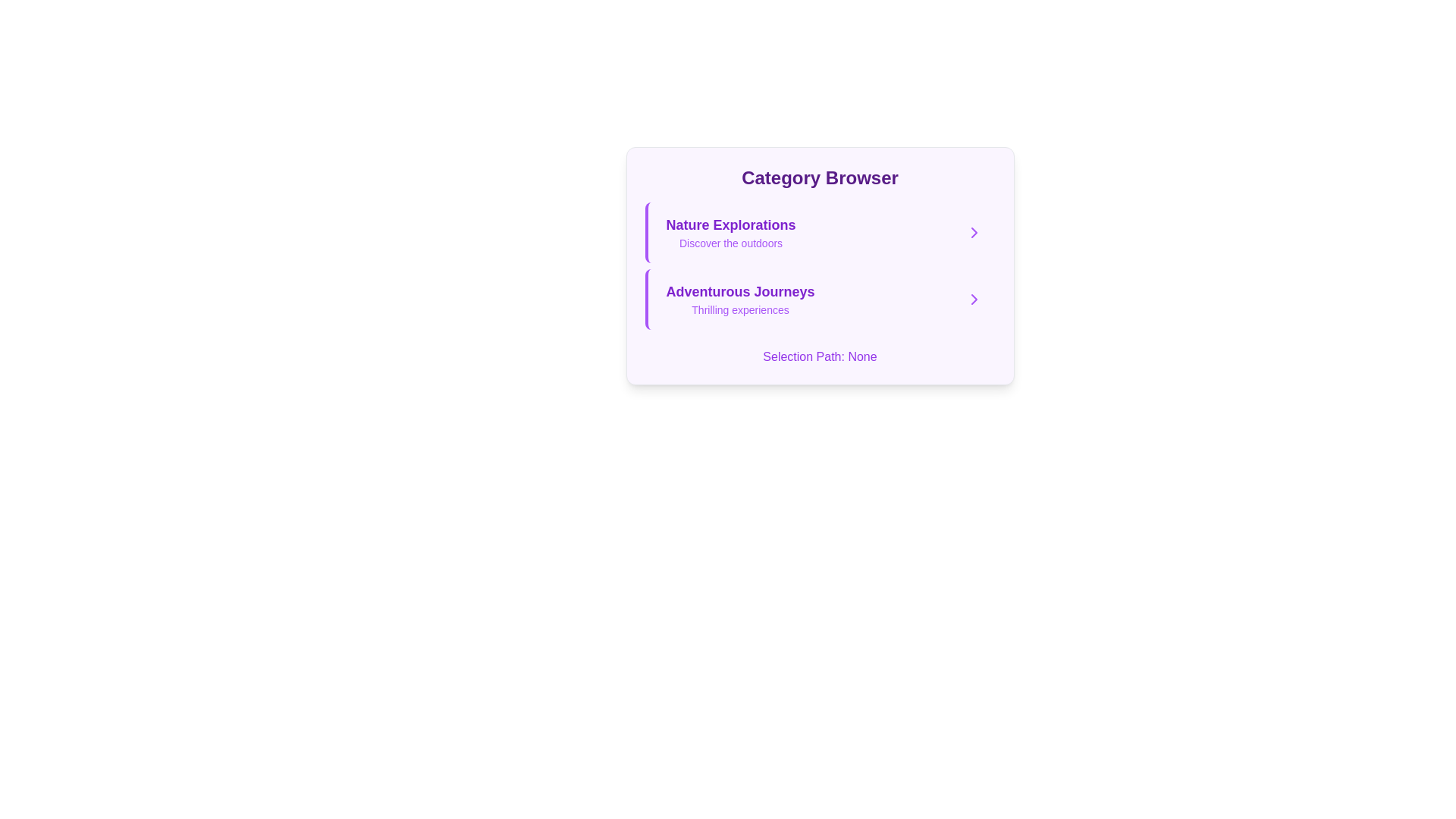 Image resolution: width=1456 pixels, height=819 pixels. Describe the element at coordinates (740, 309) in the screenshot. I see `the Text label displaying 'Thrilling experiences' in purple color, located below 'Adventurous Journeys' within the 'Category Browser' card` at that location.